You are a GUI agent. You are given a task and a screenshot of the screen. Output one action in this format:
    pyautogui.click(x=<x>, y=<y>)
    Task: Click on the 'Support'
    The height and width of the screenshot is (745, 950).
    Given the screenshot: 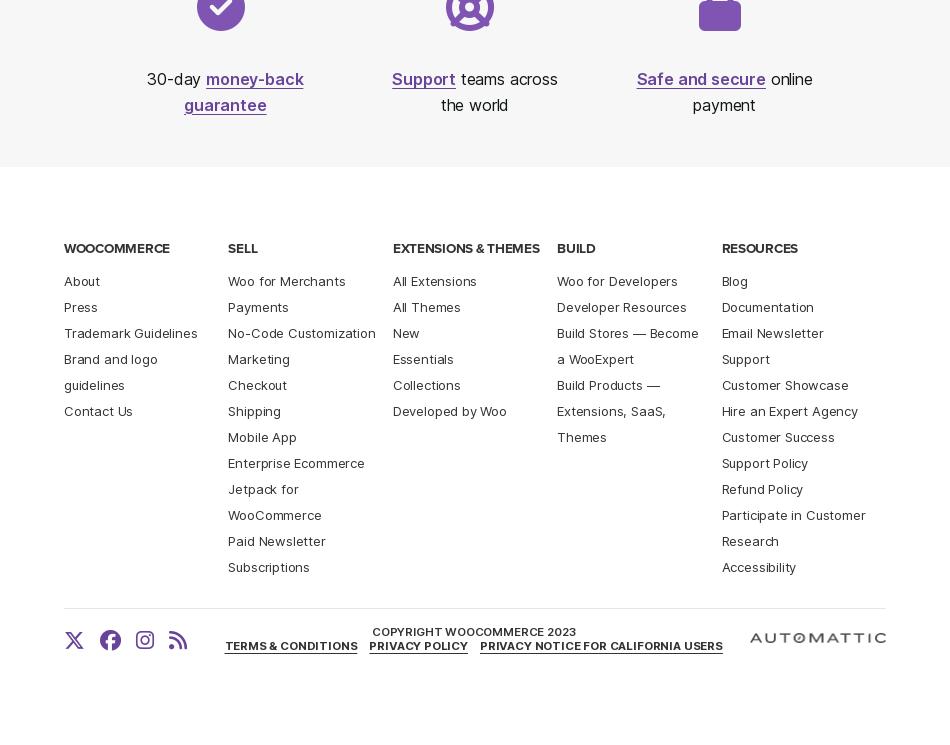 What is the action you would take?
    pyautogui.click(x=422, y=78)
    